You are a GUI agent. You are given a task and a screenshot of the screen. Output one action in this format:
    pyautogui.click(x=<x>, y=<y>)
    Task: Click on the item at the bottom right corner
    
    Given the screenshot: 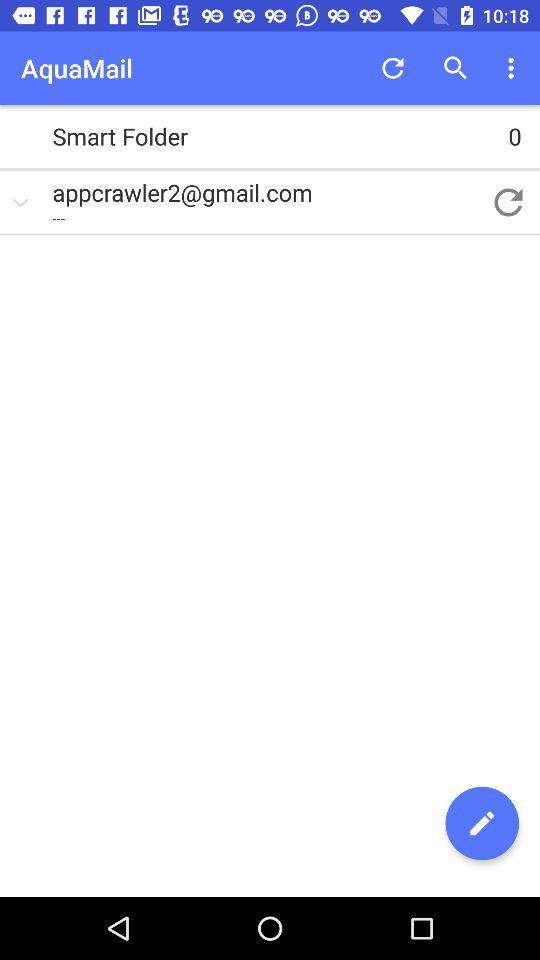 What is the action you would take?
    pyautogui.click(x=481, y=823)
    